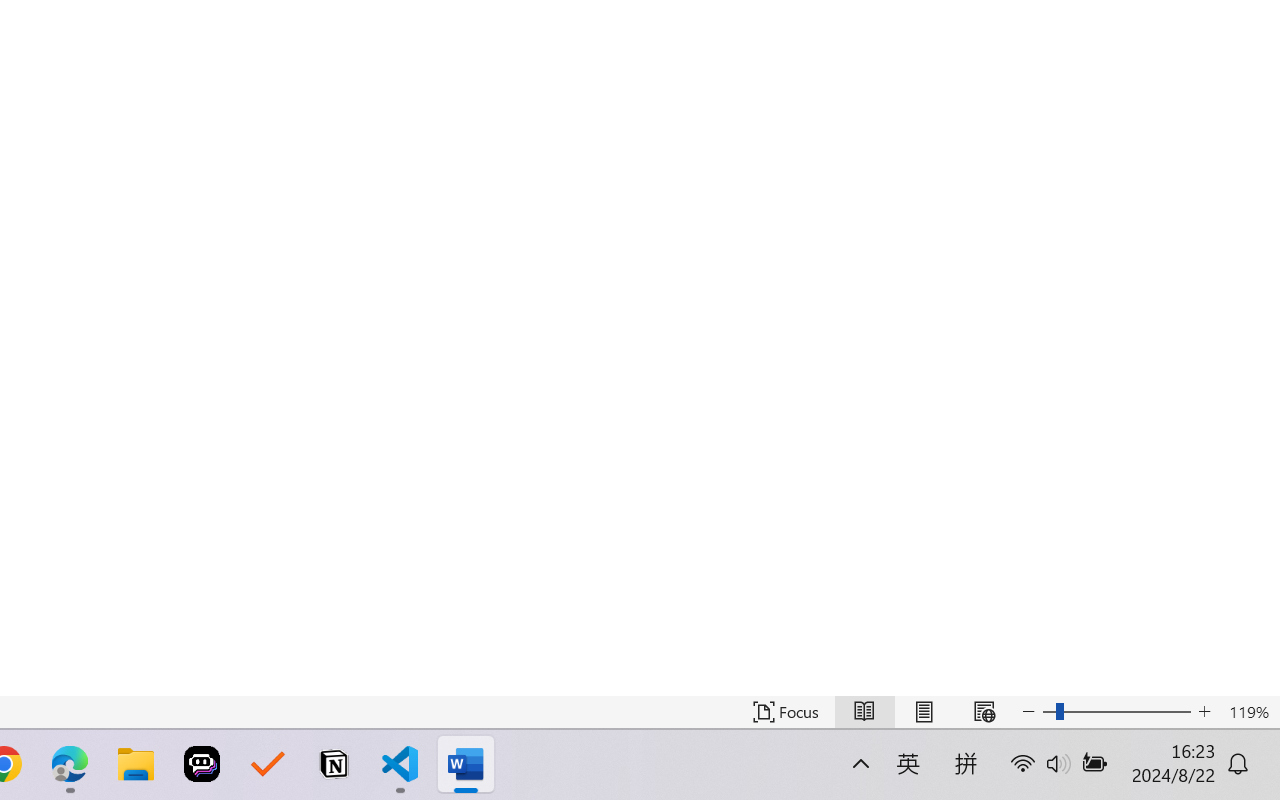 The height and width of the screenshot is (800, 1280). What do you see at coordinates (1204, 711) in the screenshot?
I see `'Increase Text Size'` at bounding box center [1204, 711].